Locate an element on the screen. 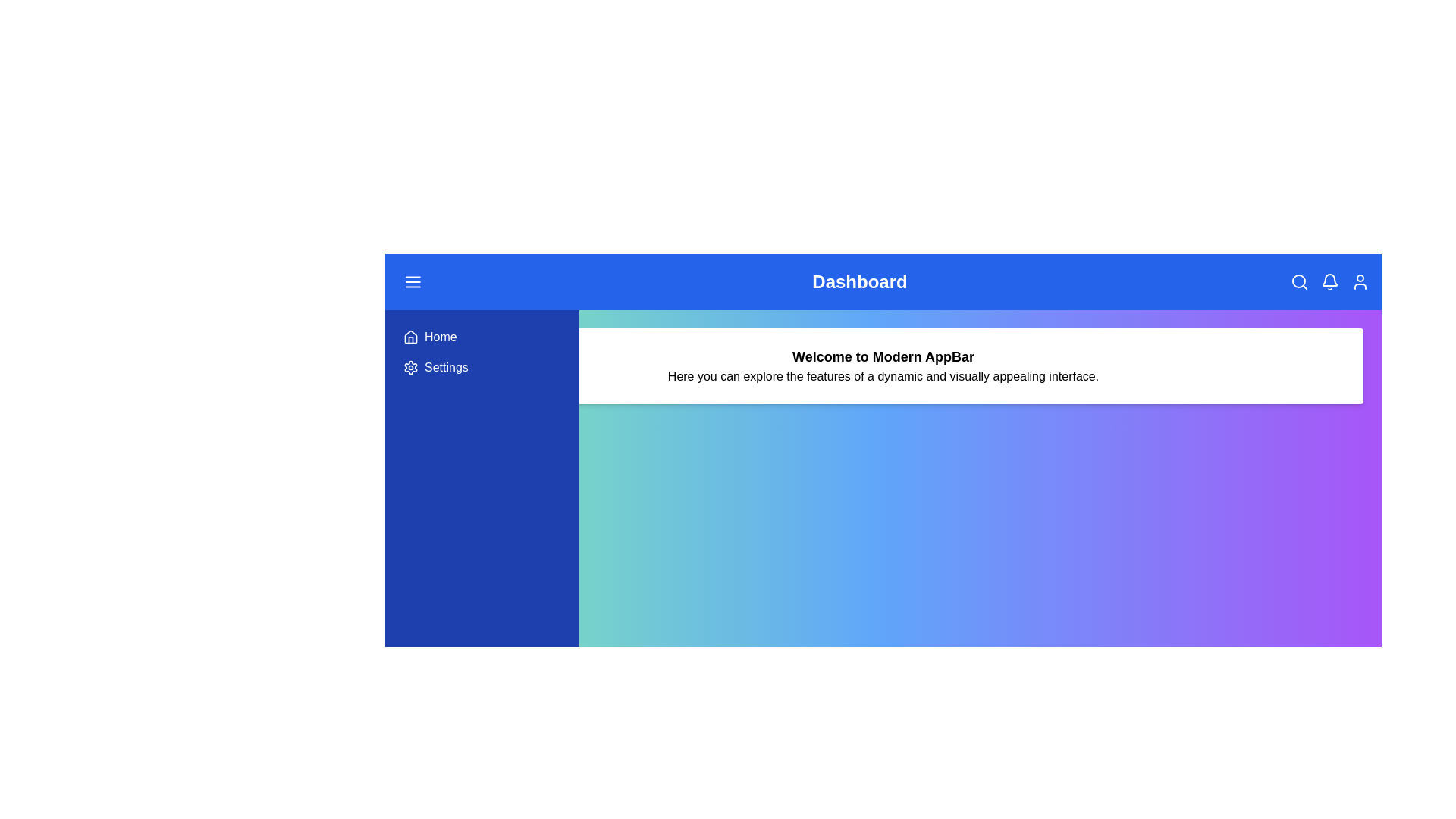 The height and width of the screenshot is (819, 1456). the search icon in the top-right corner of the app bar is located at coordinates (1298, 281).